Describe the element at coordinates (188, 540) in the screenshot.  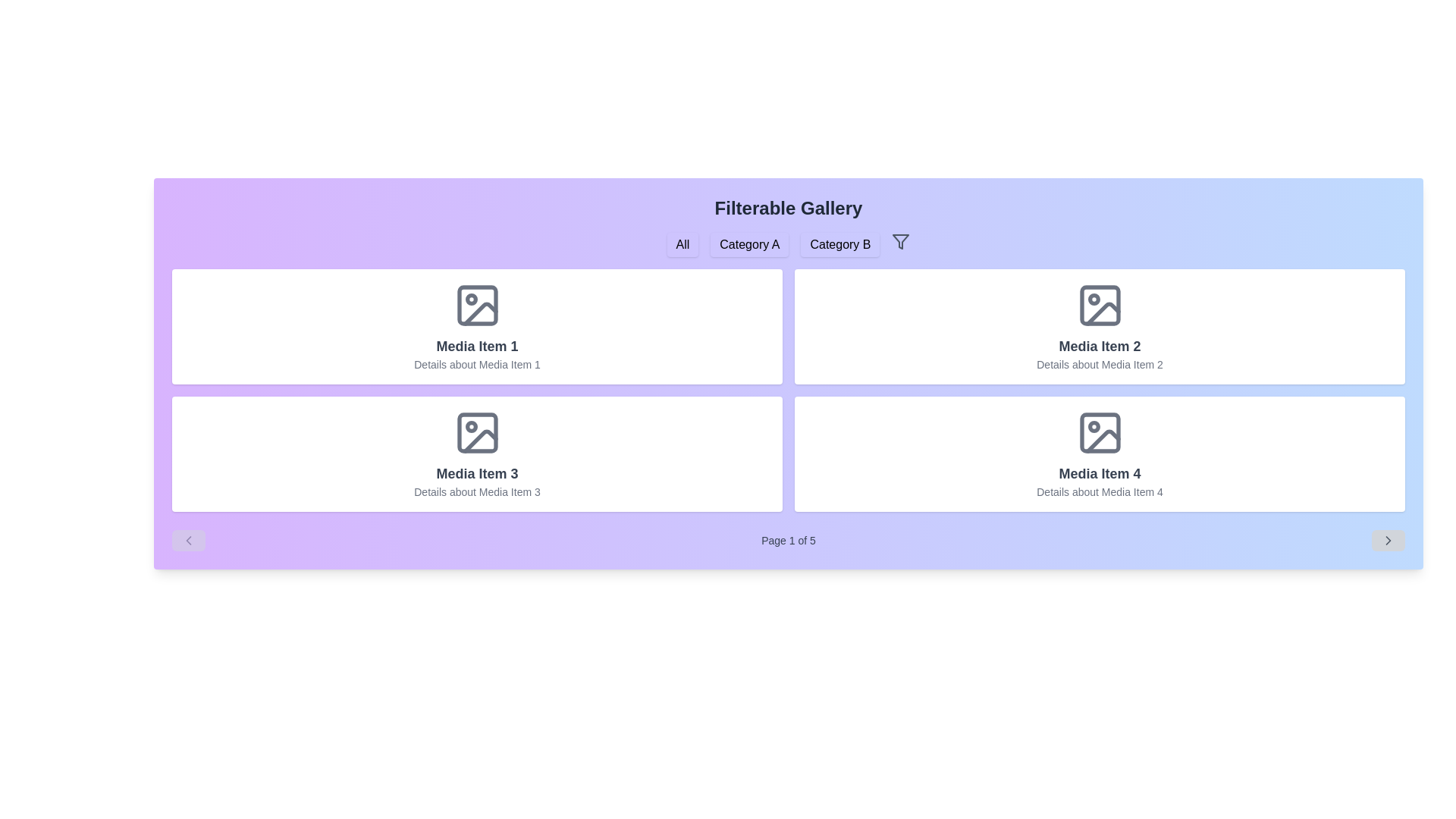
I see `the button with an embedded icon located at the bottom left corner of the interface` at that location.